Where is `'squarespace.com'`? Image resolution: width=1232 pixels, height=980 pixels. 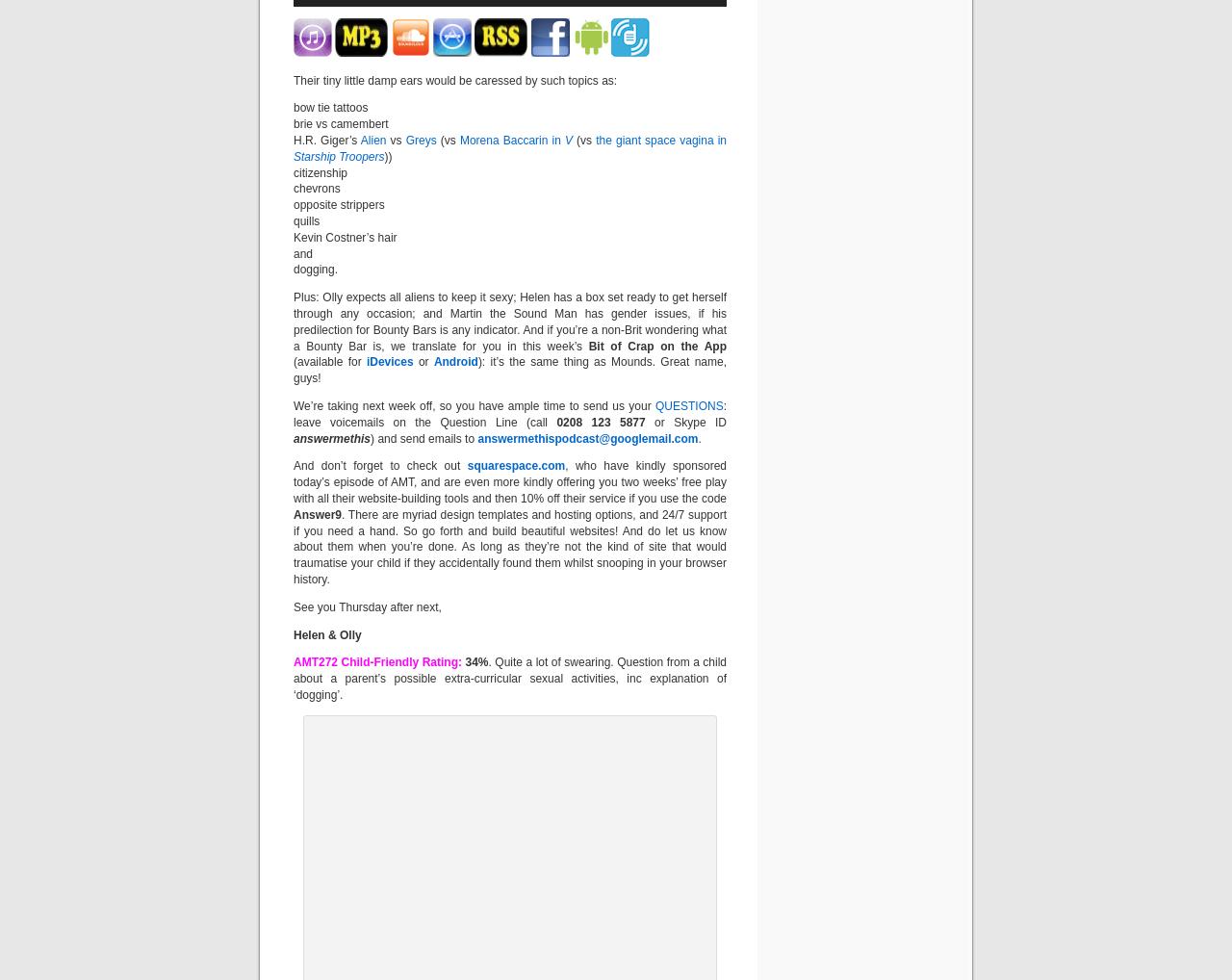 'squarespace.com' is located at coordinates (516, 465).